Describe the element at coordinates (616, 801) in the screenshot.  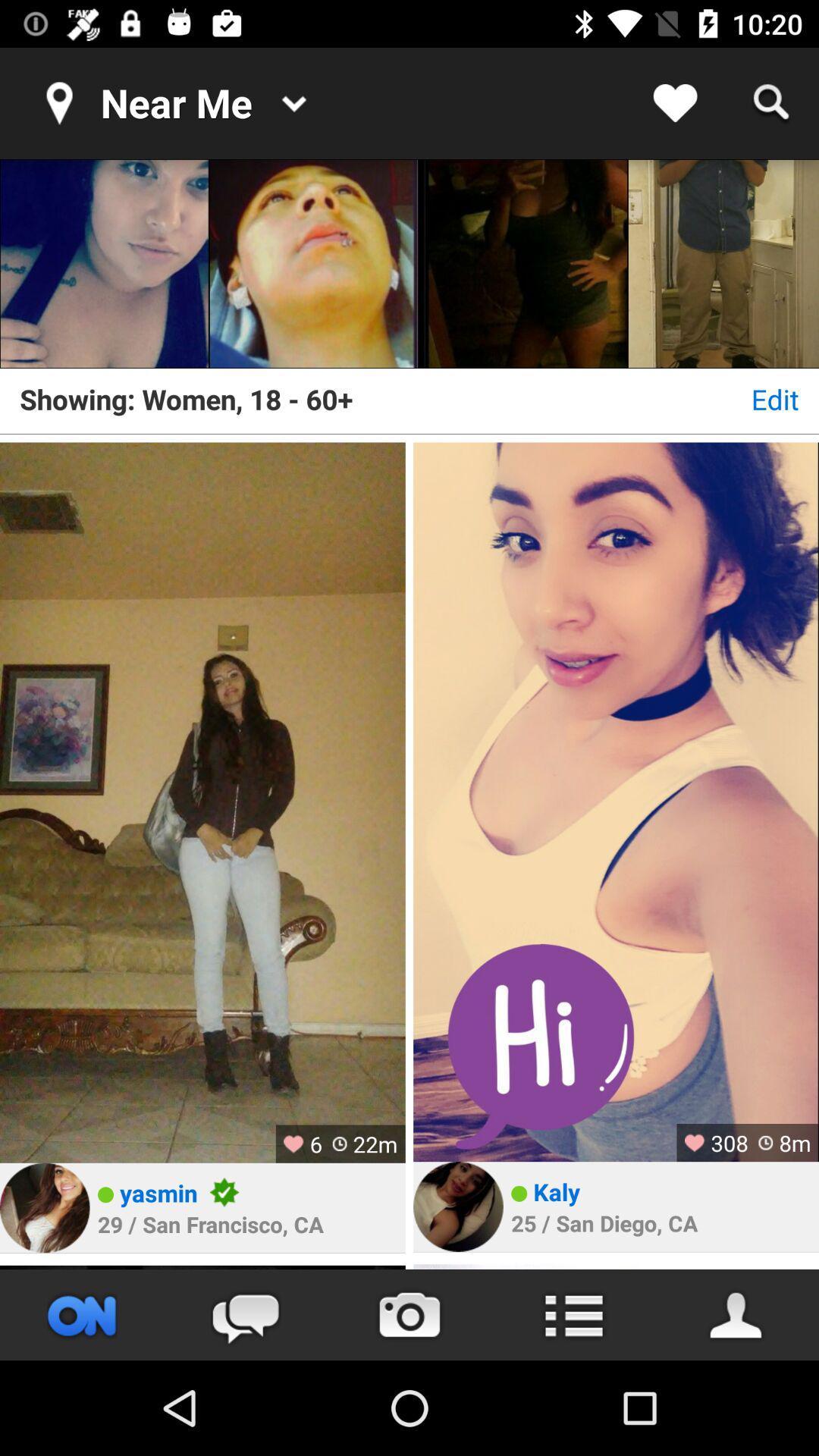
I see `the second image below edit` at that location.